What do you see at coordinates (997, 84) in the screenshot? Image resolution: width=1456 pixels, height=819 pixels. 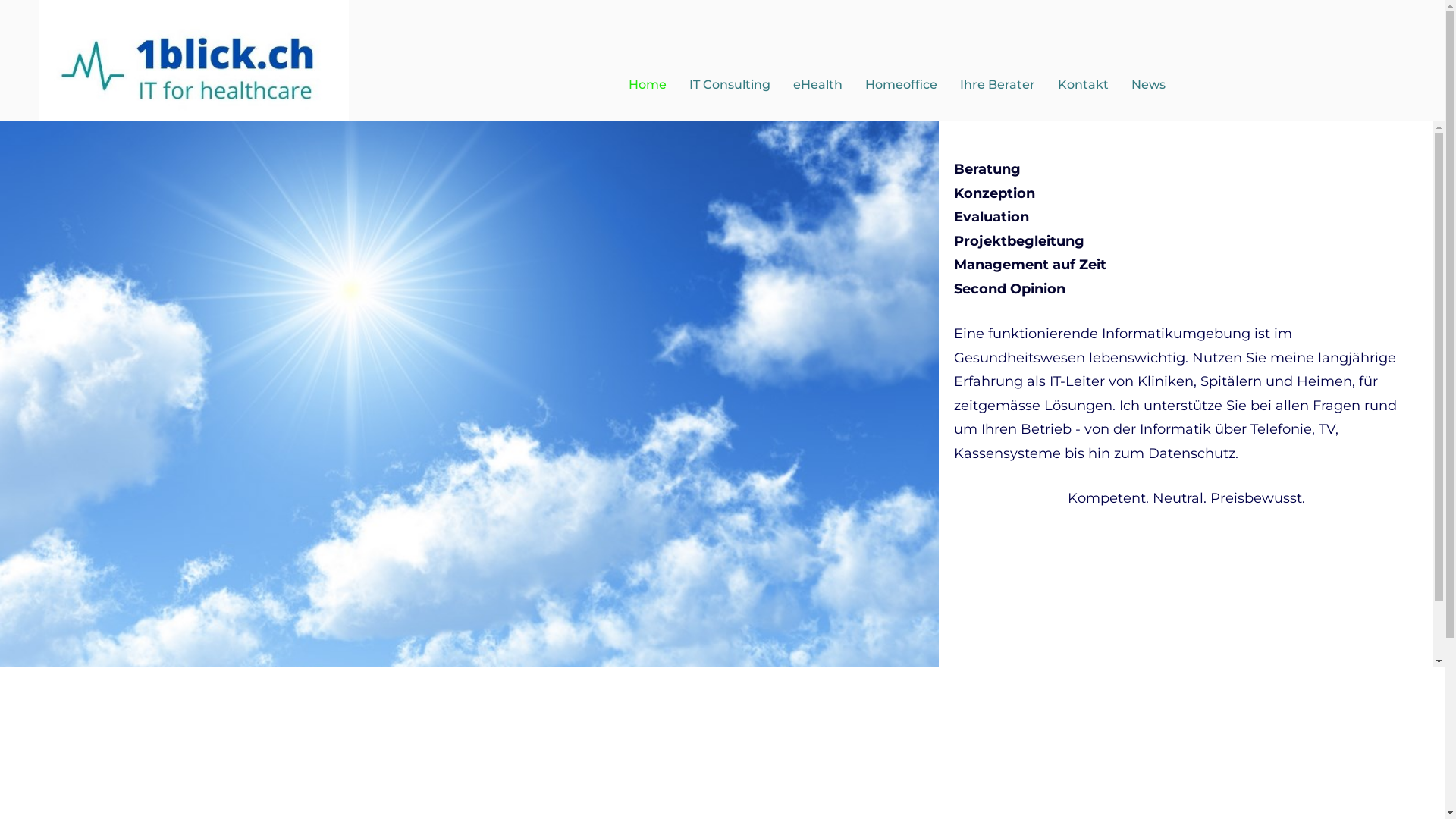 I see `'Ihre Berater'` at bounding box center [997, 84].